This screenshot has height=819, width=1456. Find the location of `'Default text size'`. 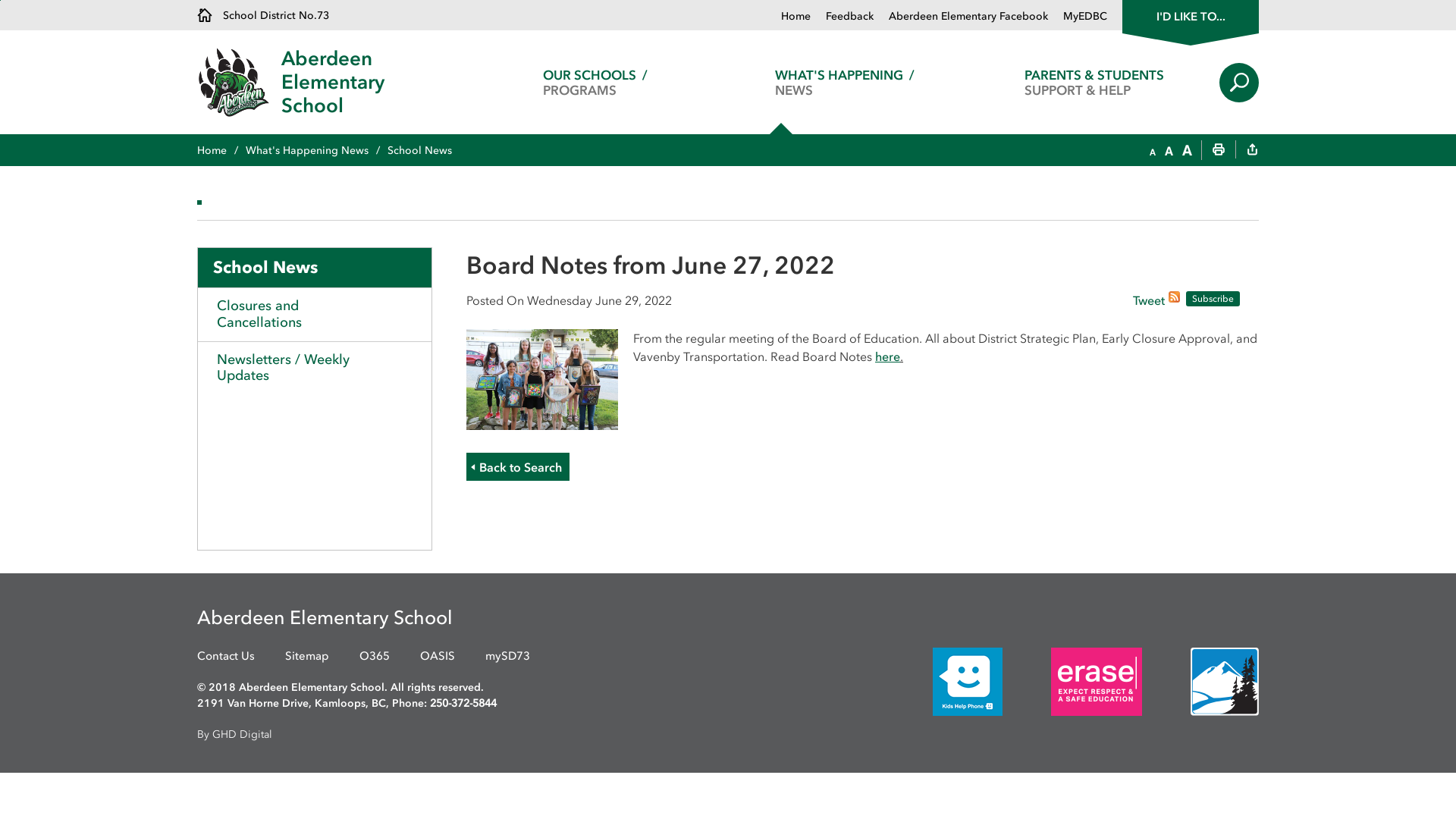

'Default text size' is located at coordinates (1164, 151).